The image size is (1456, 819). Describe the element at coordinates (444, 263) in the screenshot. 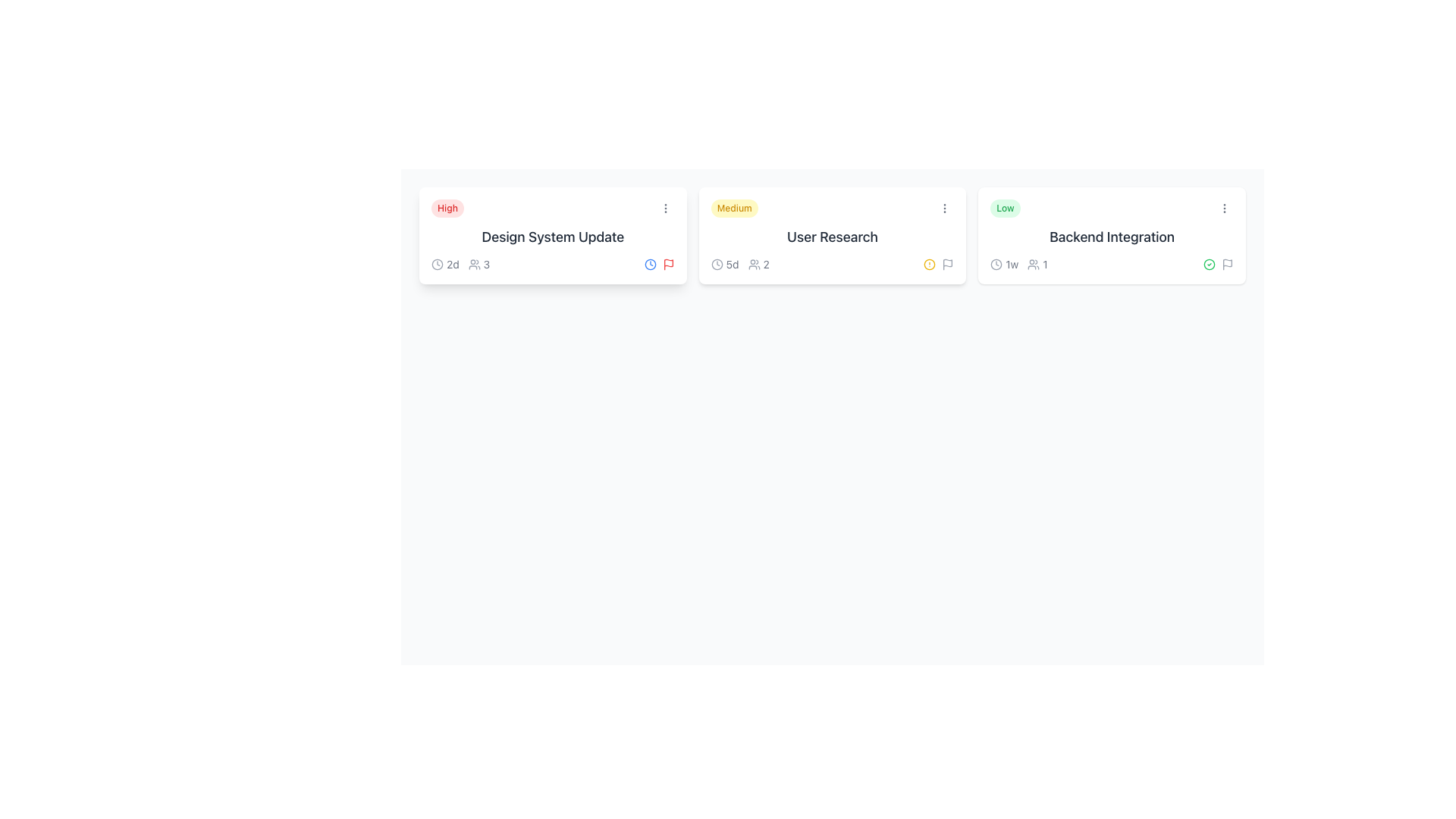

I see `the small clock icon with the text '2d' styled in gray, located in the first card titled 'Design System Update', positioned towards the bottom-left corner of the card` at that location.